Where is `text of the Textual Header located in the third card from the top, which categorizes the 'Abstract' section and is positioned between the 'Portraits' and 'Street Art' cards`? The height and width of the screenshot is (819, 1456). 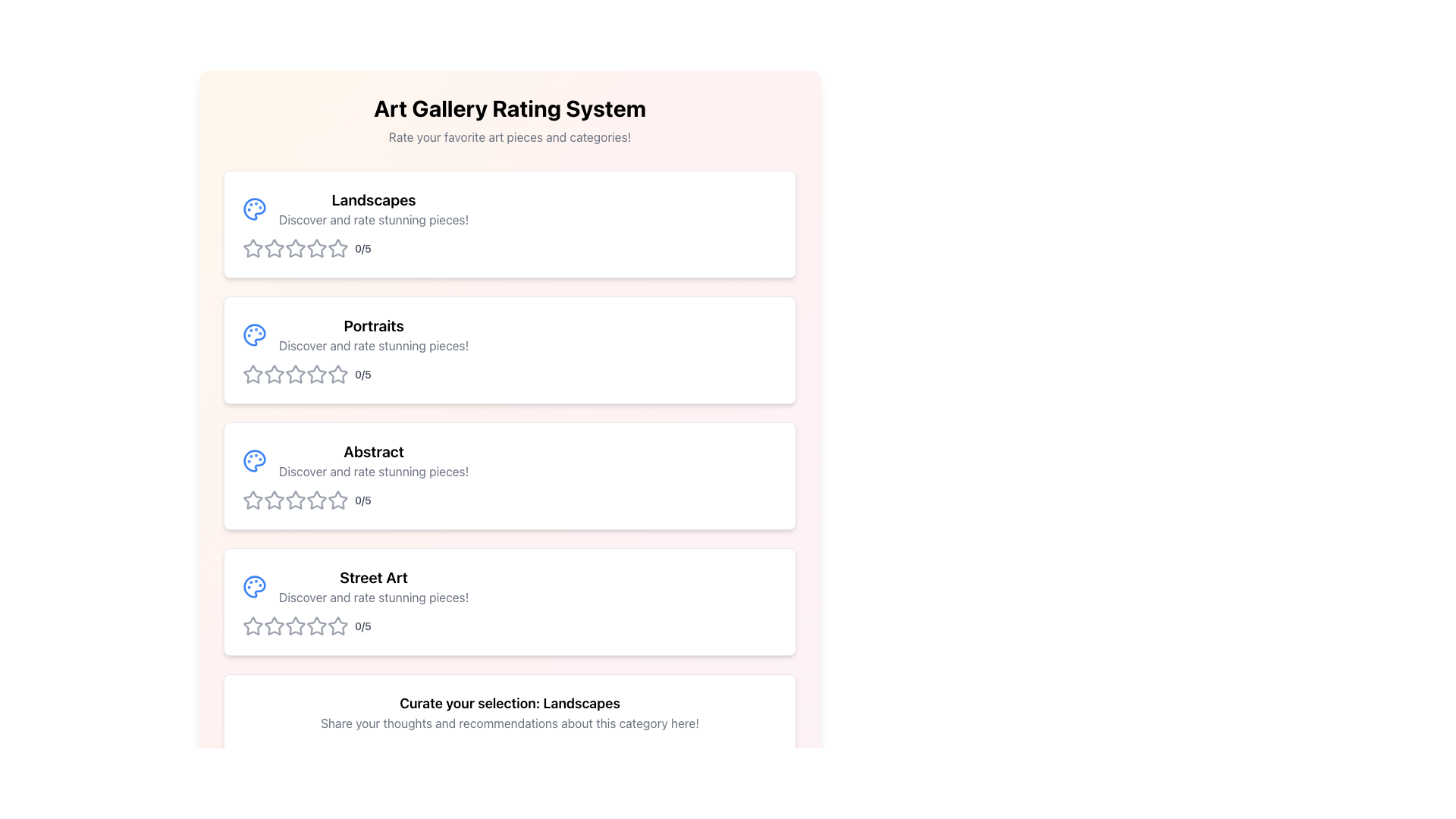 text of the Textual Header located in the third card from the top, which categorizes the 'Abstract' section and is positioned between the 'Portraits' and 'Street Art' cards is located at coordinates (374, 460).